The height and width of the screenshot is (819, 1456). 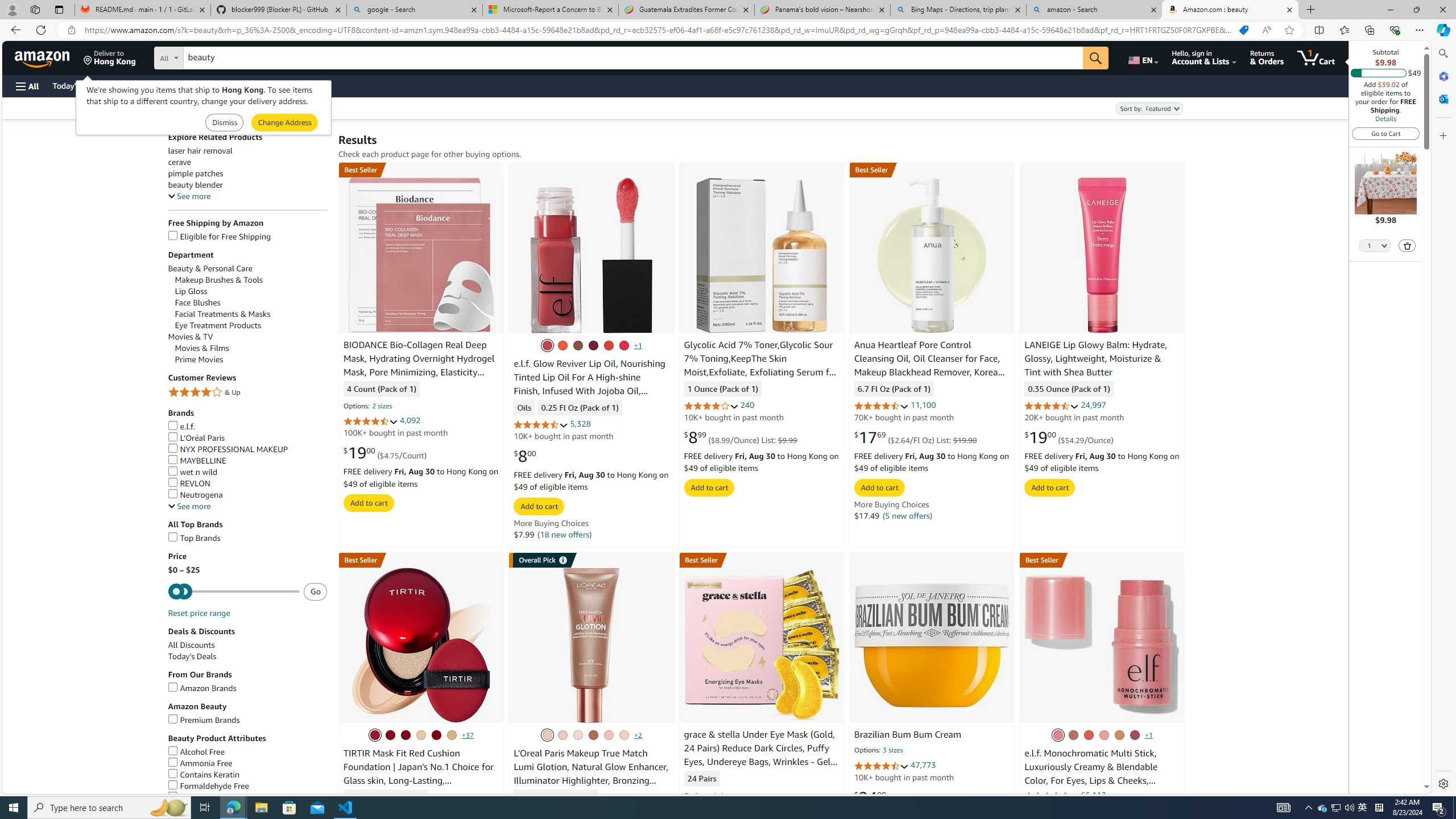 What do you see at coordinates (1094, 9) in the screenshot?
I see `'amazon - Search'` at bounding box center [1094, 9].